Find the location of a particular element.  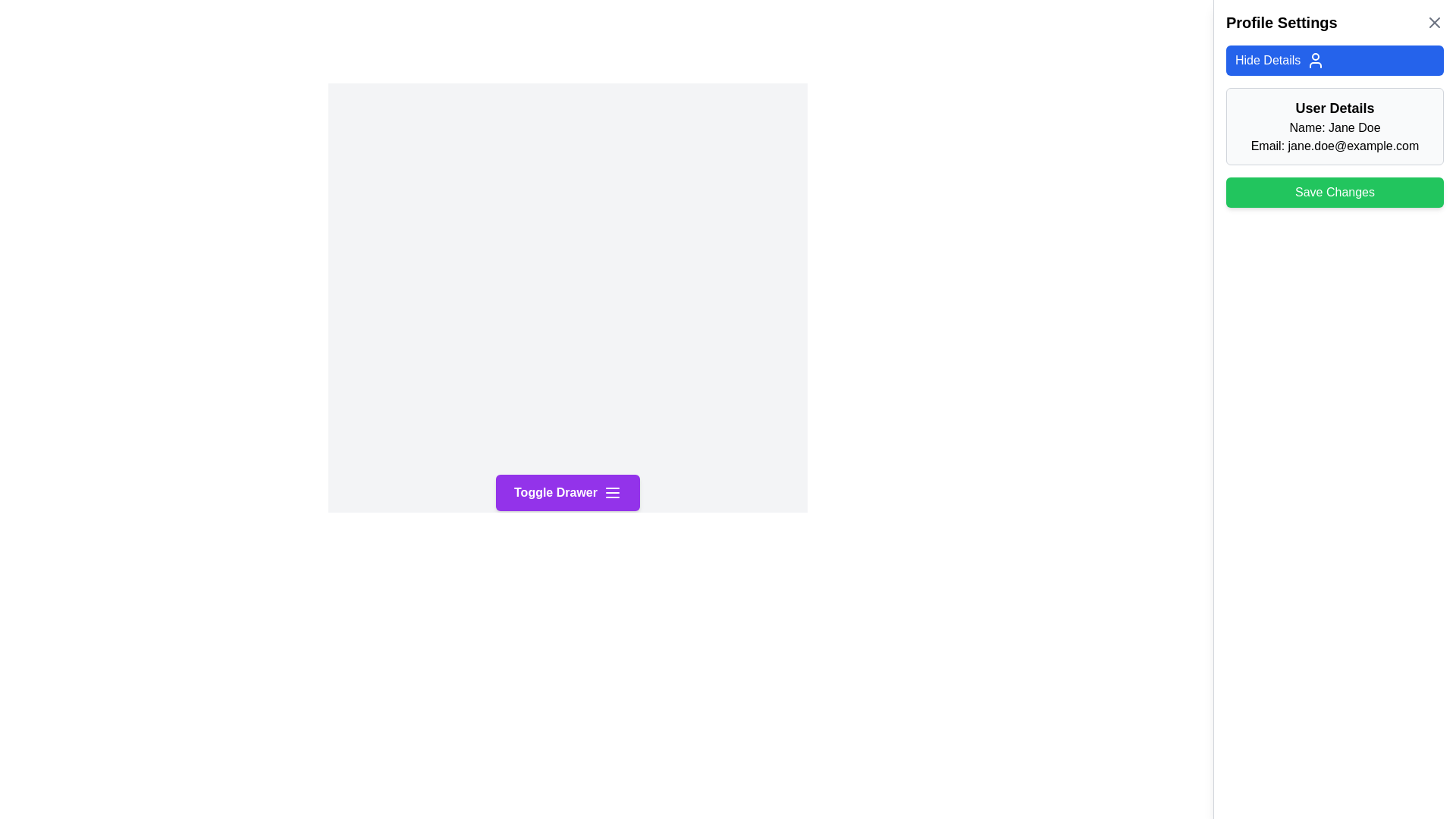

the decorative icon located within the blue 'Hide Details' button at the top of the profile settings sidebar is located at coordinates (1315, 60).